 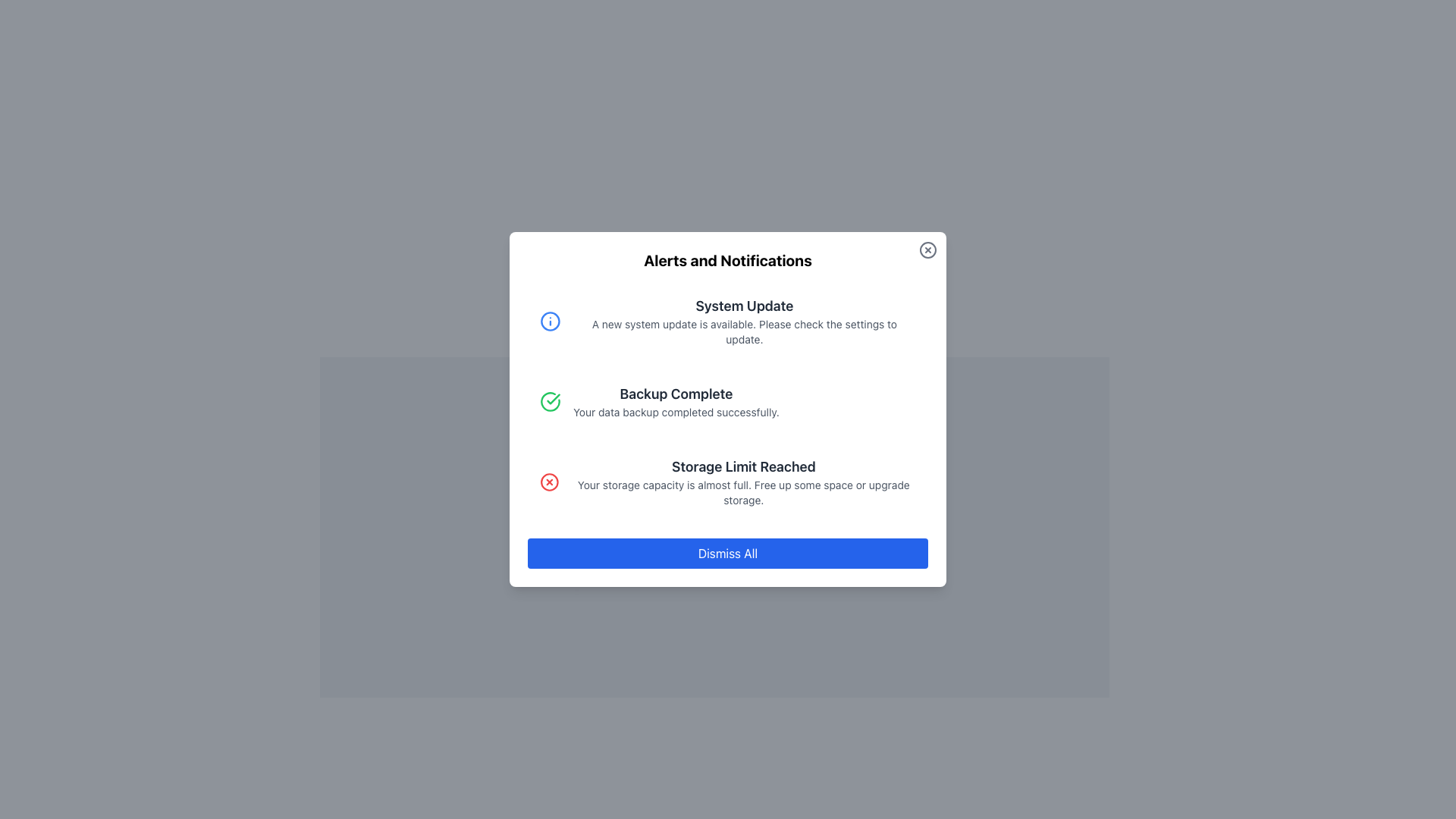 I want to click on message in the Text Block located beneath the 'Storage Limit Reached' heading in the notification panel, so click(x=743, y=493).